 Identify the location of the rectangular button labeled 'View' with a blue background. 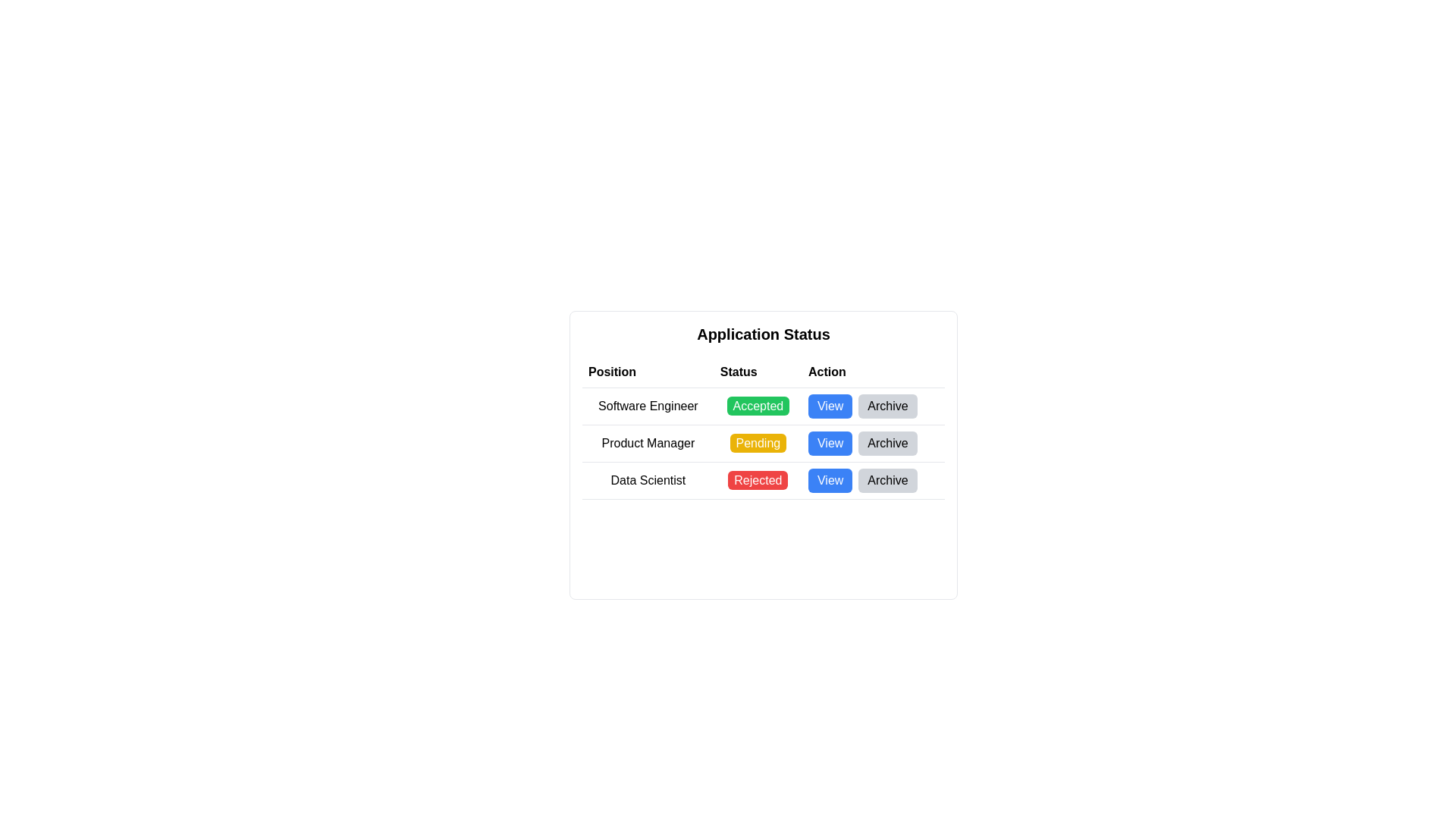
(830, 406).